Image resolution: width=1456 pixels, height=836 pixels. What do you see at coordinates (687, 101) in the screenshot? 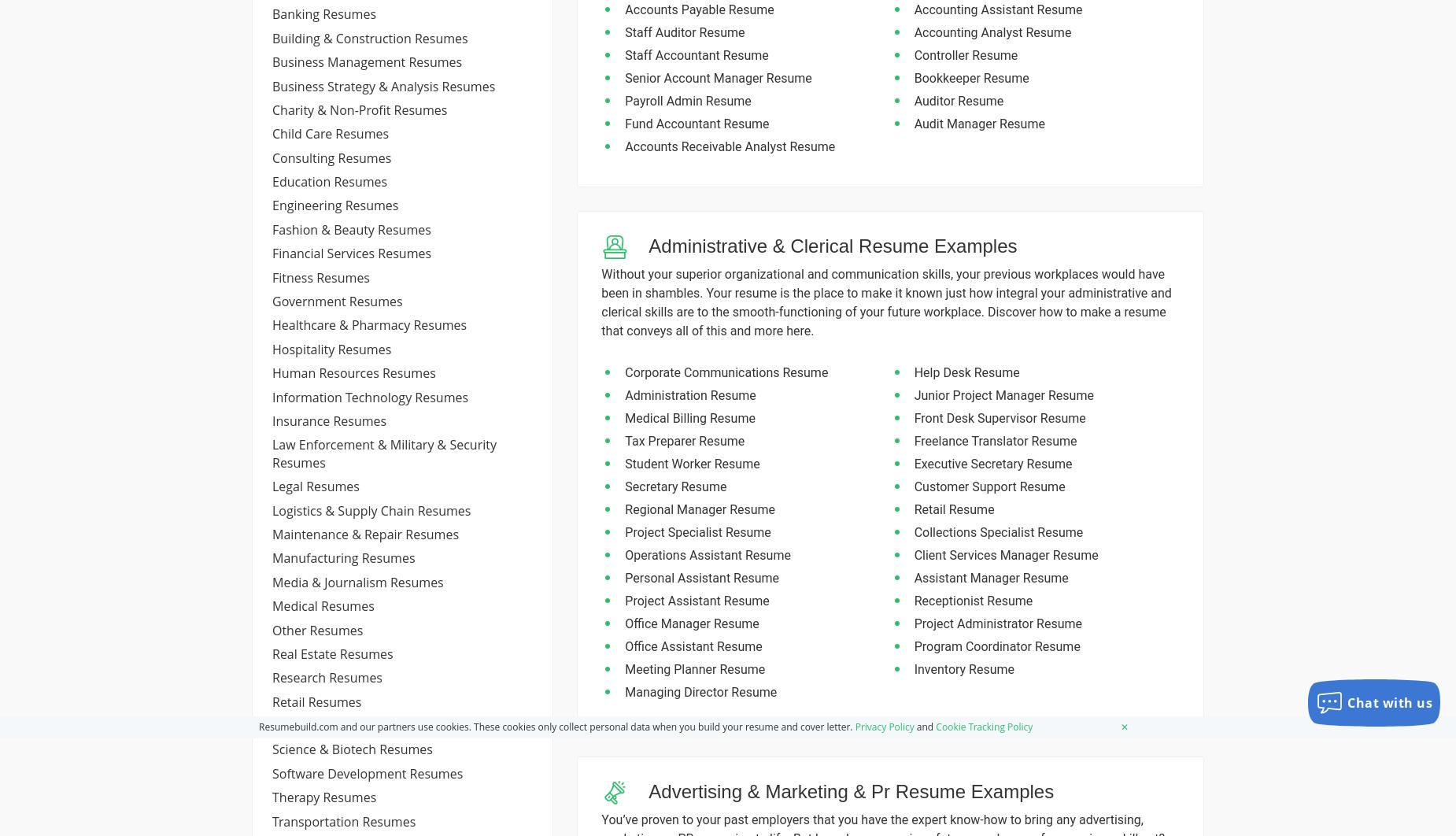
I see `'Payroll Admin Resume'` at bounding box center [687, 101].